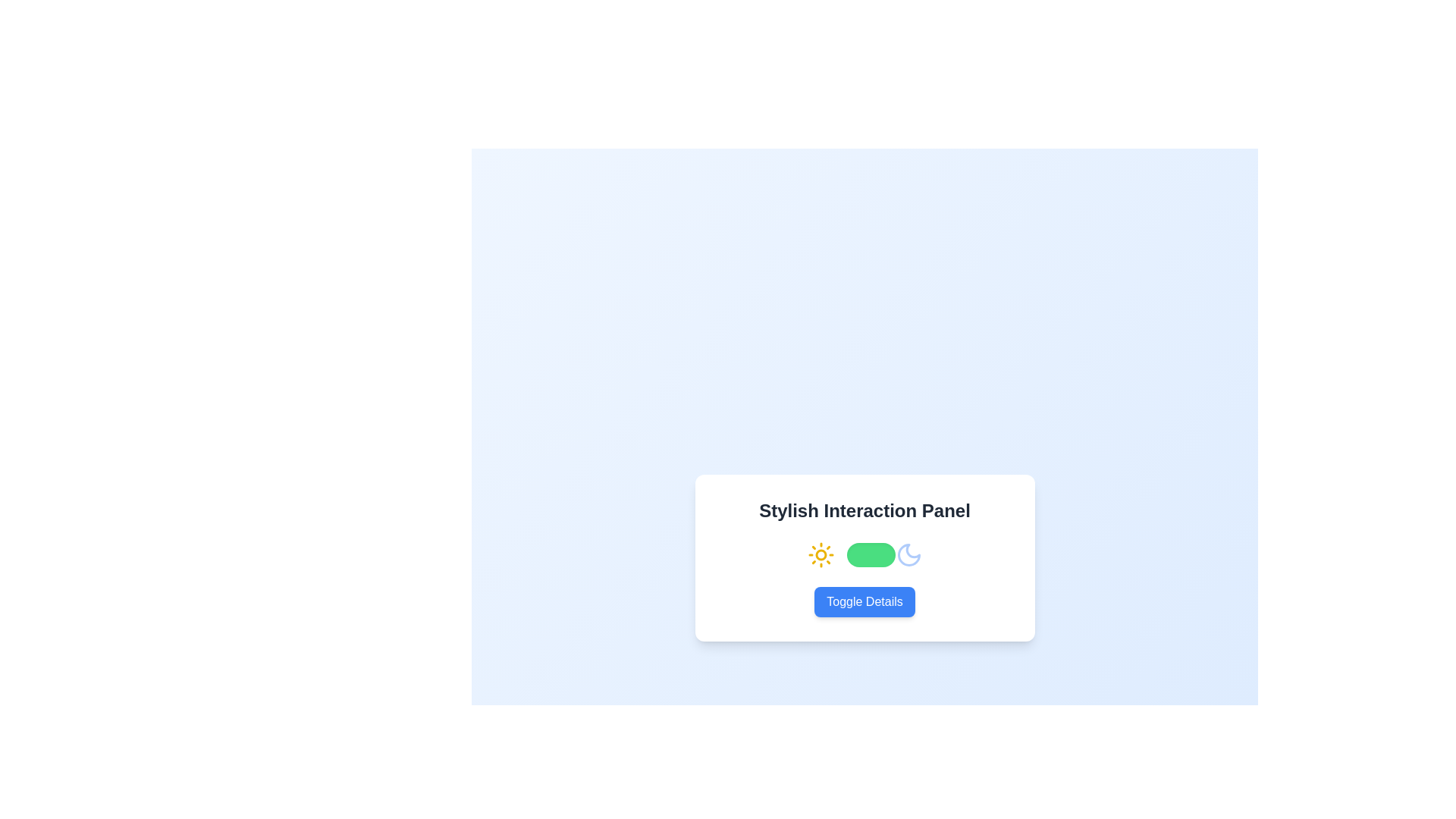  What do you see at coordinates (908, 555) in the screenshot?
I see `the moon-shaped icon located at the rightmost side of the interactive panel` at bounding box center [908, 555].